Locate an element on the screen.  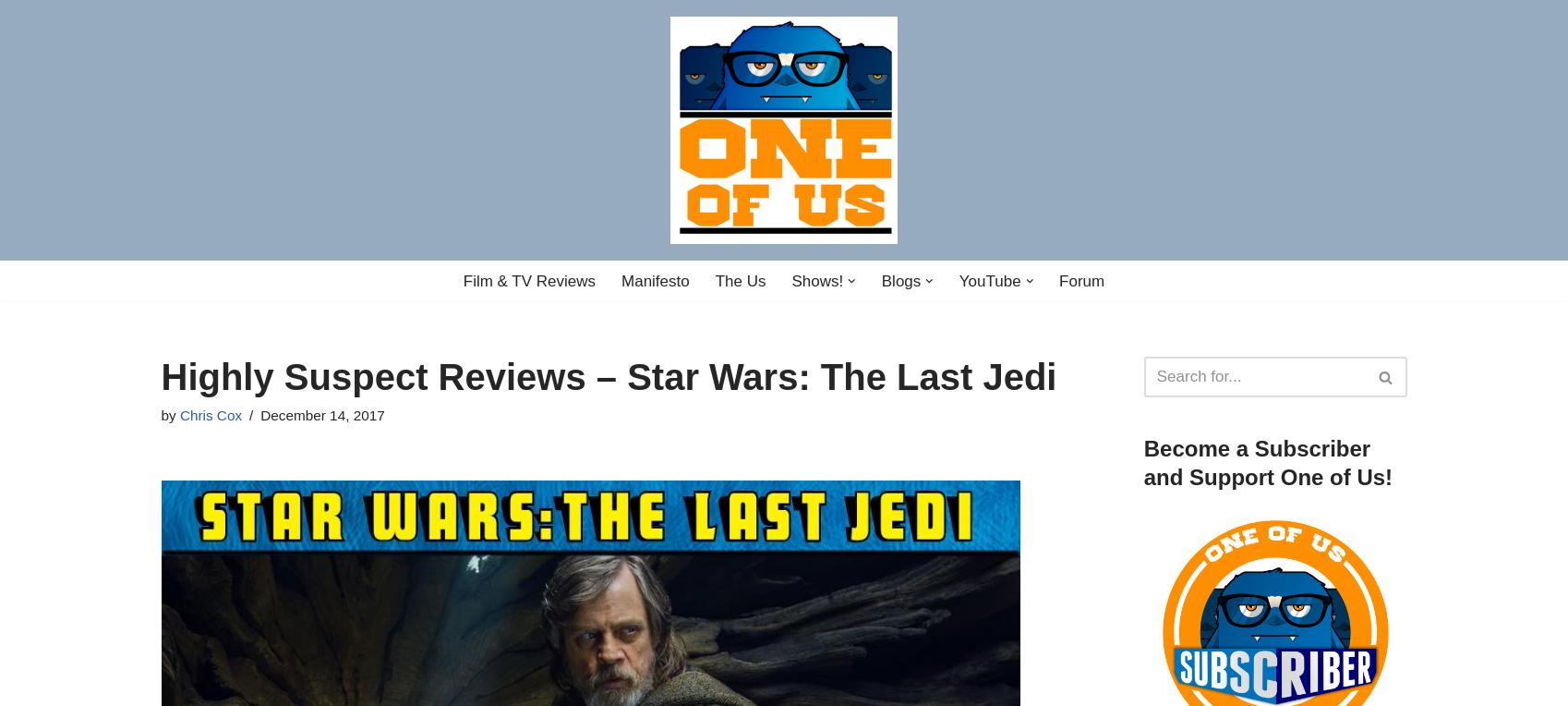
'Infestation Videos' is located at coordinates (956, 315).